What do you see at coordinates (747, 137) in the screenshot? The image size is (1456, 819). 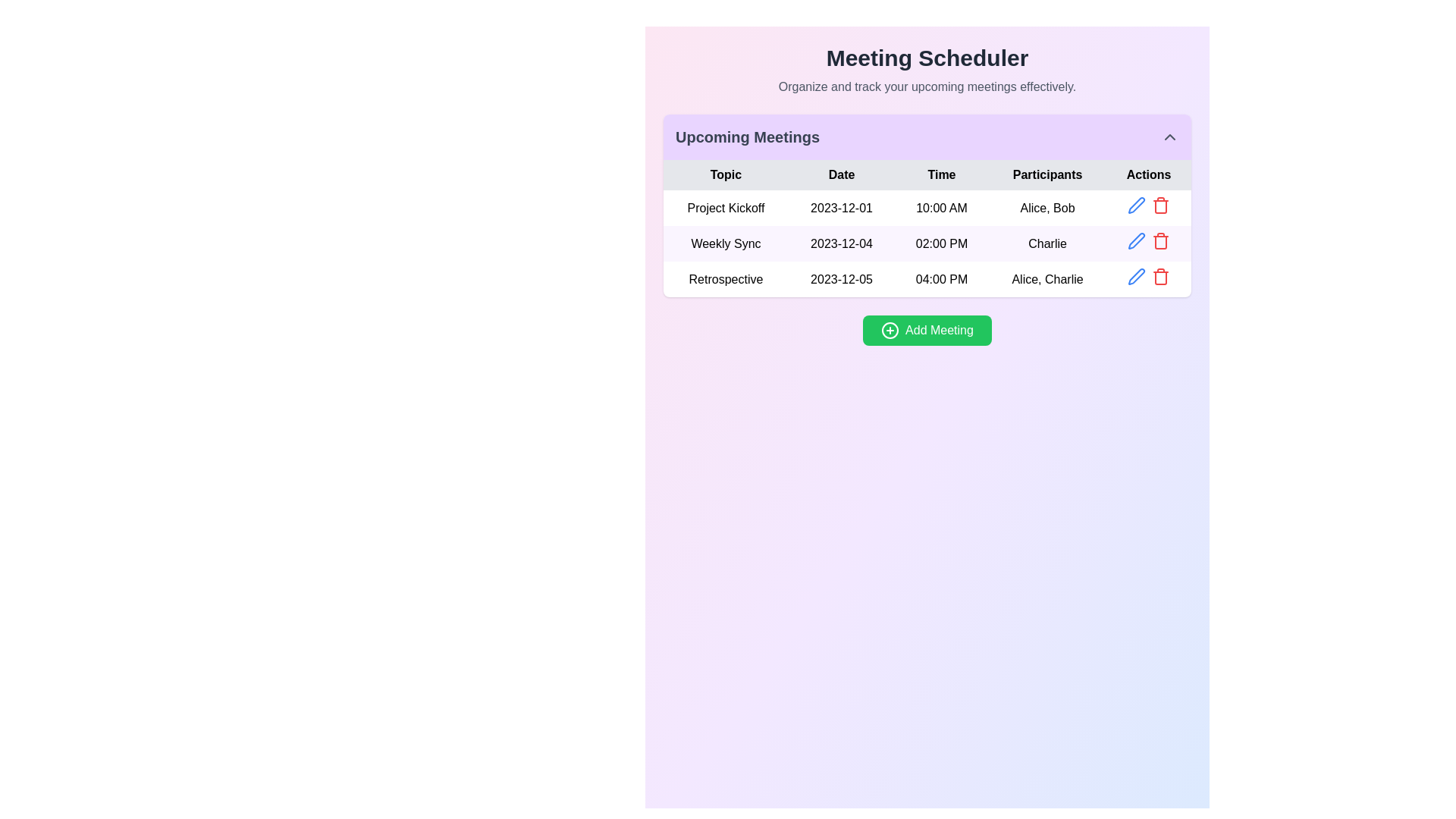 I see `static text element that serves as a section heading for upcoming meetings, positioned in a purple header bar aligned to the left` at bounding box center [747, 137].